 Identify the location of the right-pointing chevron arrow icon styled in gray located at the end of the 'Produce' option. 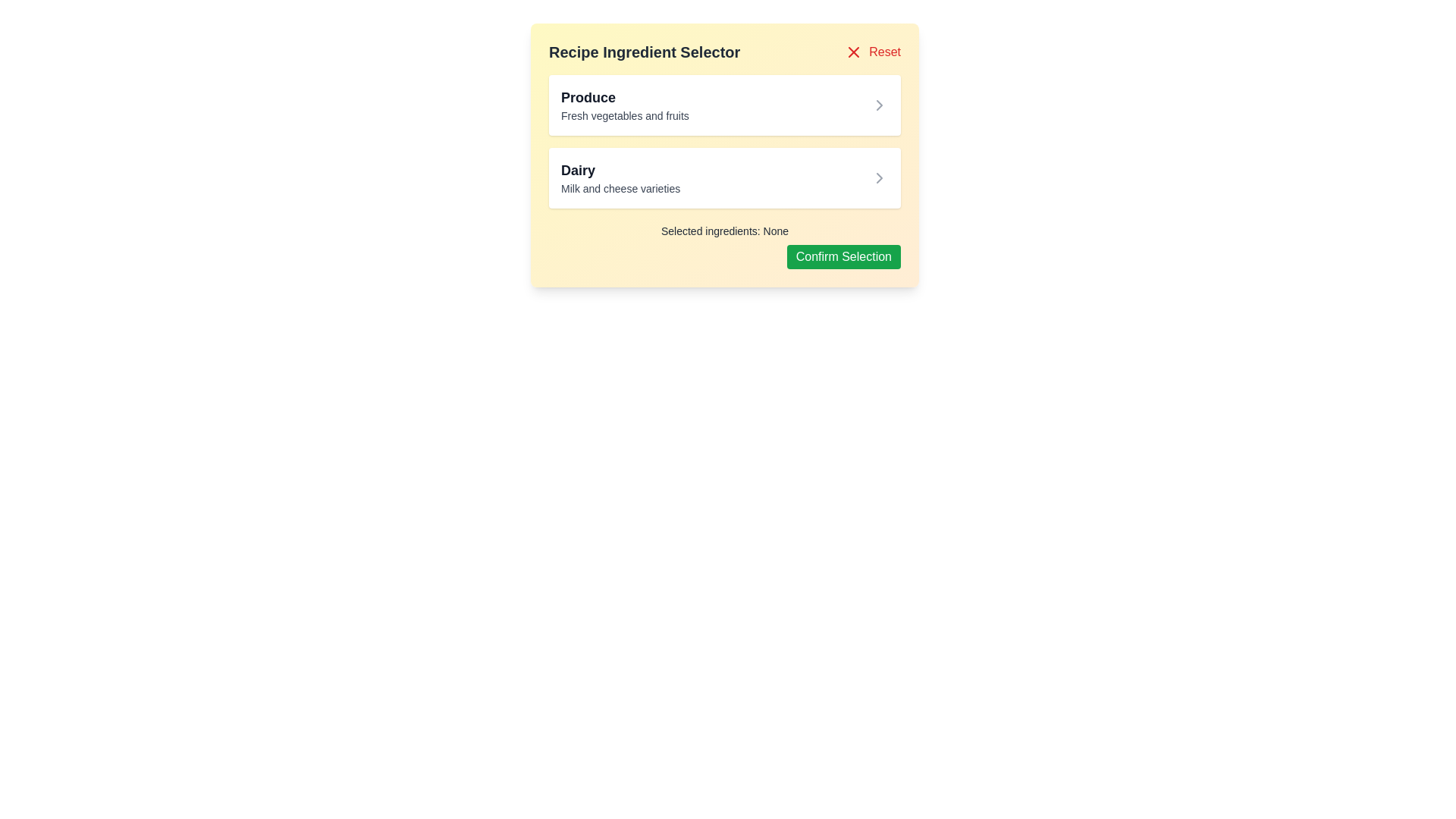
(880, 104).